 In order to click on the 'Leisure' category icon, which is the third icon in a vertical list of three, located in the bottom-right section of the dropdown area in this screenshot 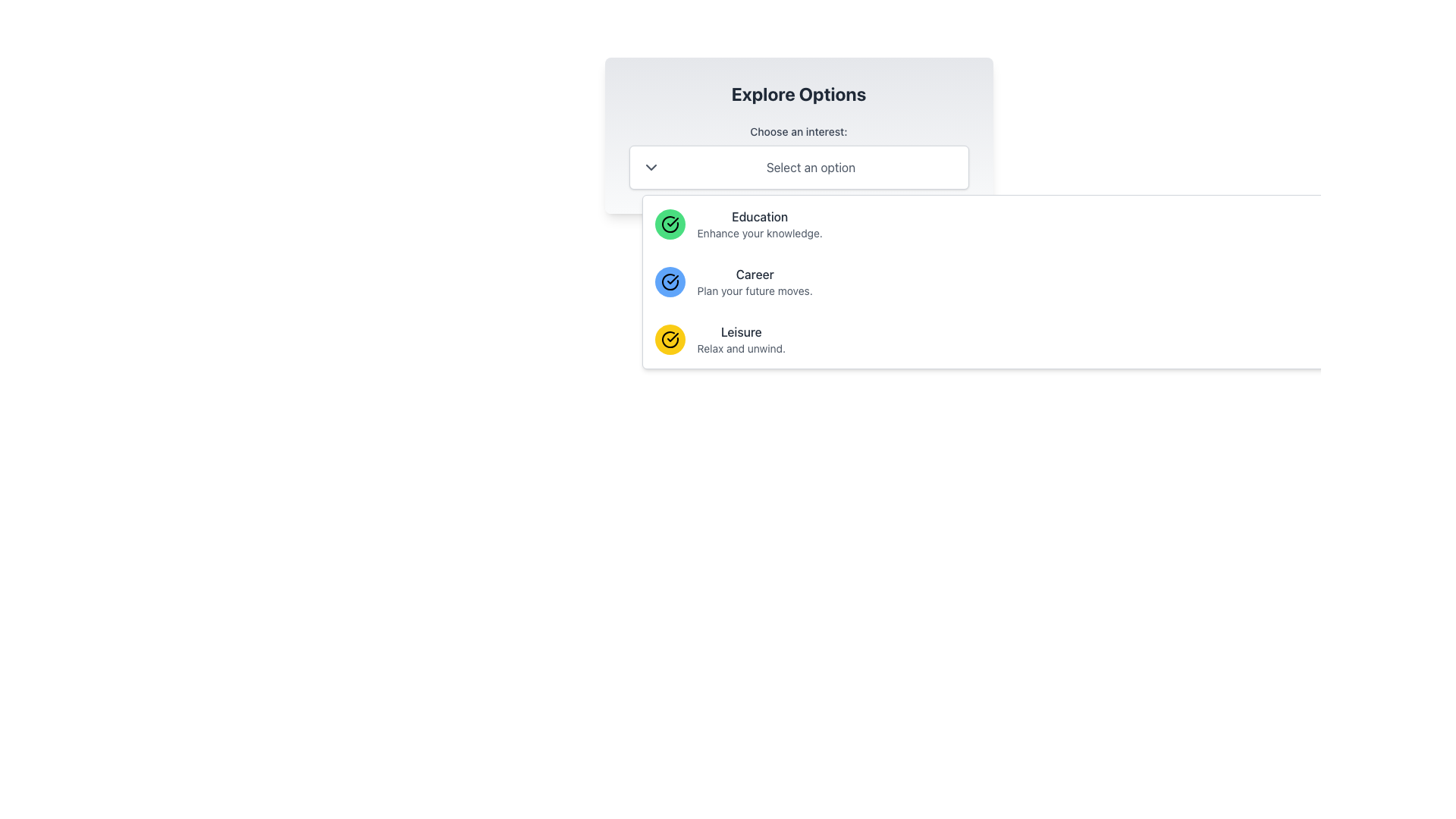, I will do `click(669, 338)`.